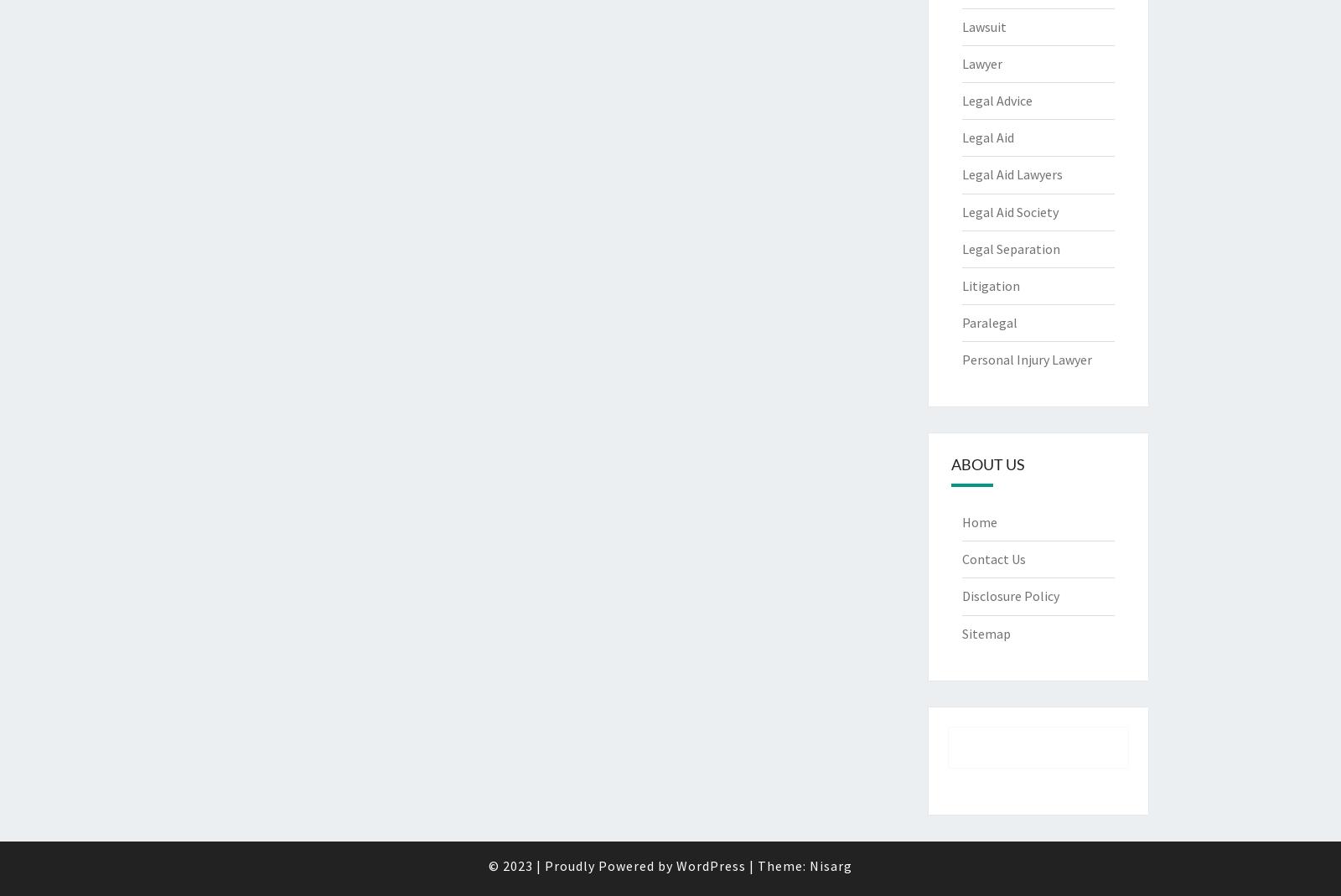 Image resolution: width=1341 pixels, height=896 pixels. Describe the element at coordinates (809, 865) in the screenshot. I see `'Nisarg'` at that location.